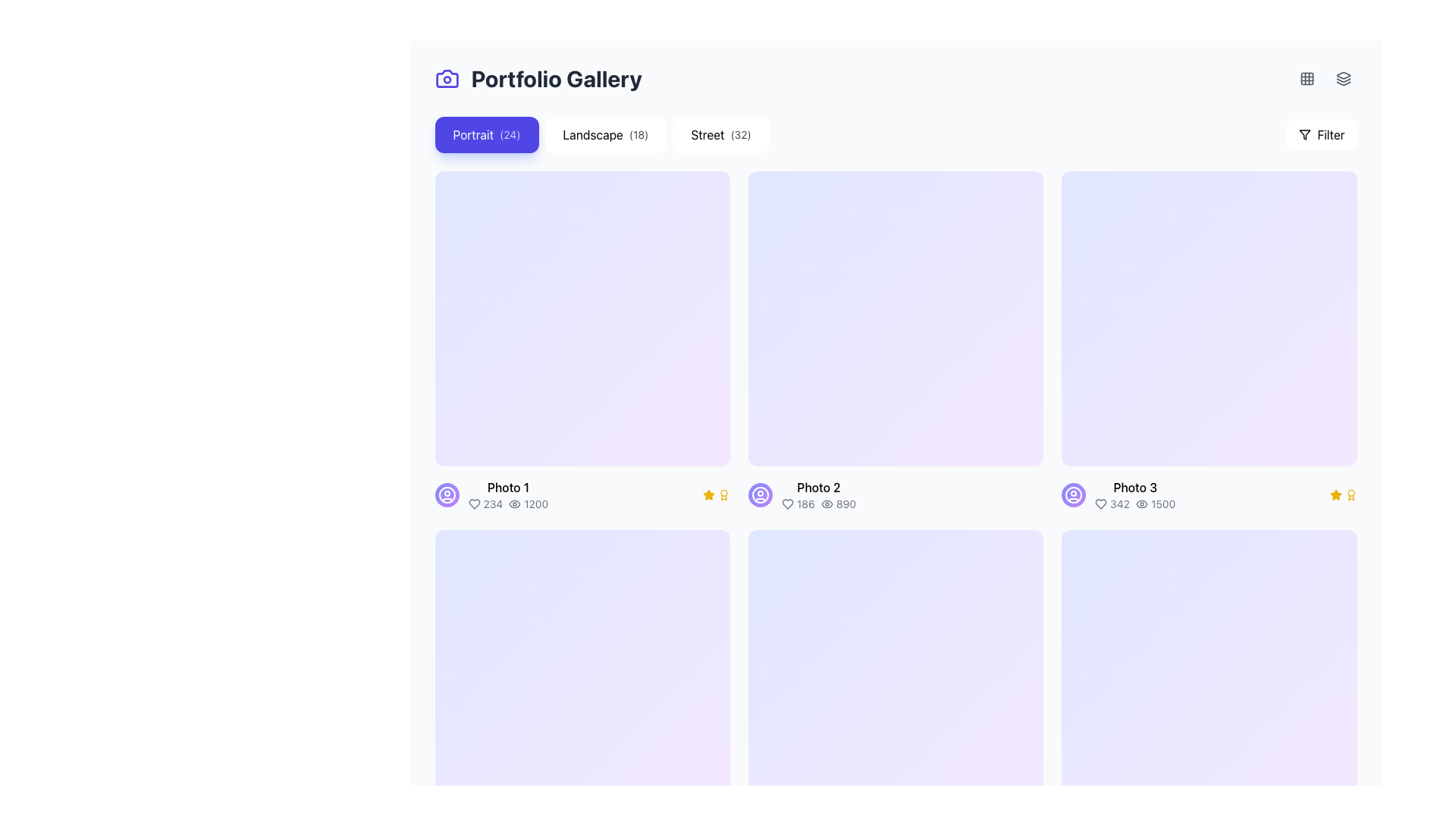 Image resolution: width=1456 pixels, height=819 pixels. I want to click on the star-shaped icon, which is filled yellow with a stroke outline, located at the bottom-right corner of the tile for 'Photo 3', so click(708, 495).